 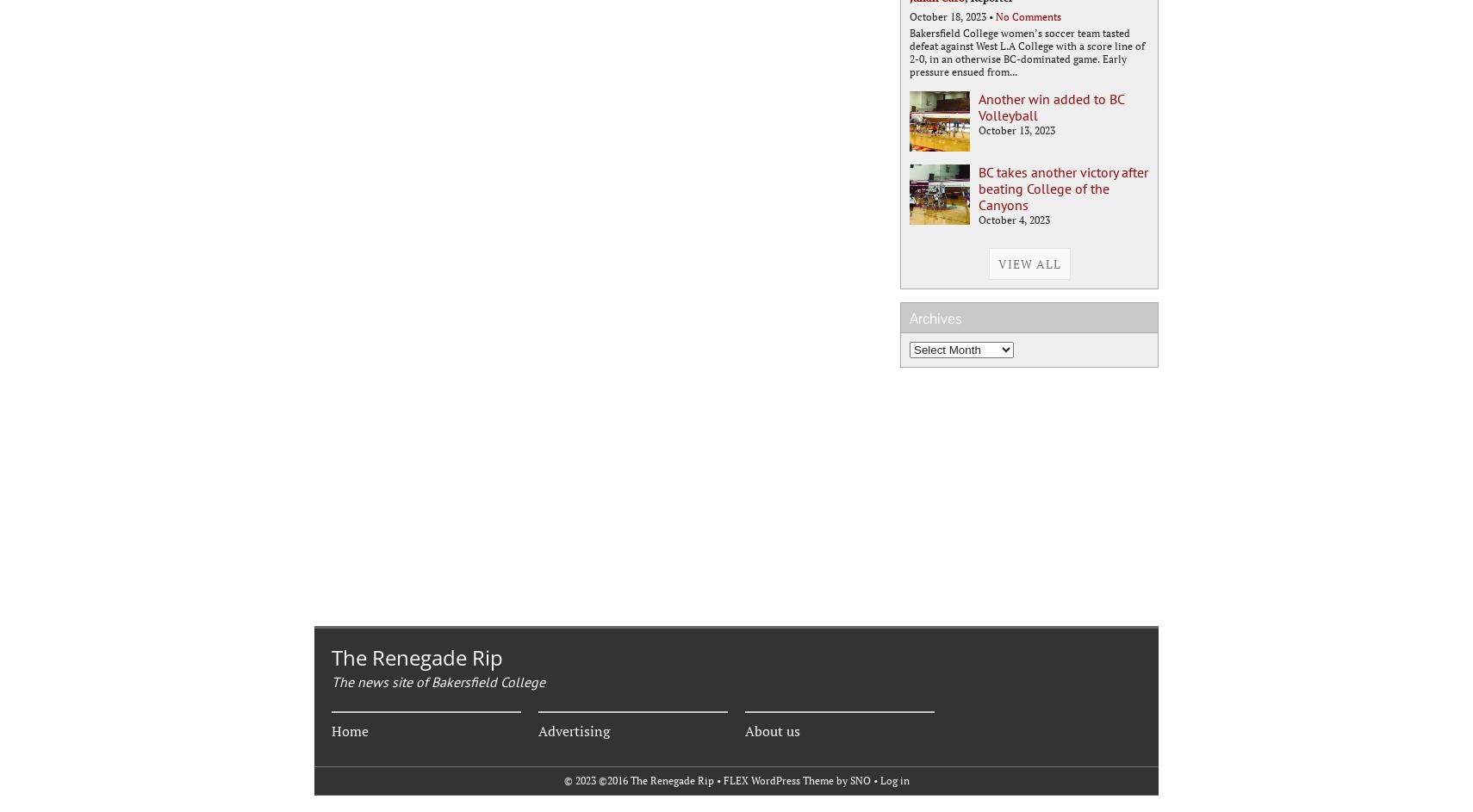 What do you see at coordinates (777, 779) in the screenshot?
I see `'FLEX WordPress Theme'` at bounding box center [777, 779].